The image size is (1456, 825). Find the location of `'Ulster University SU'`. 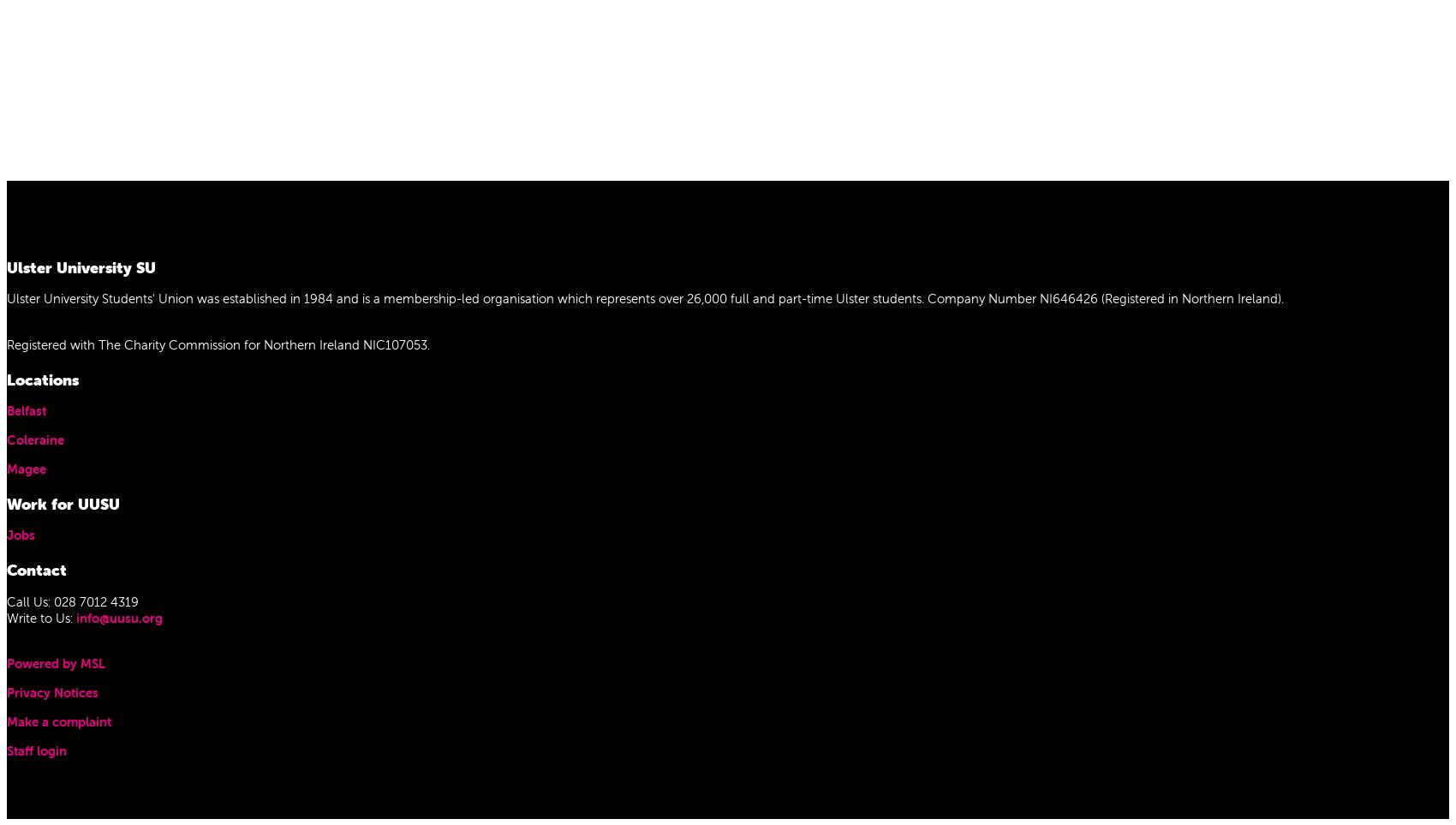

'Ulster University SU' is located at coordinates (81, 267).